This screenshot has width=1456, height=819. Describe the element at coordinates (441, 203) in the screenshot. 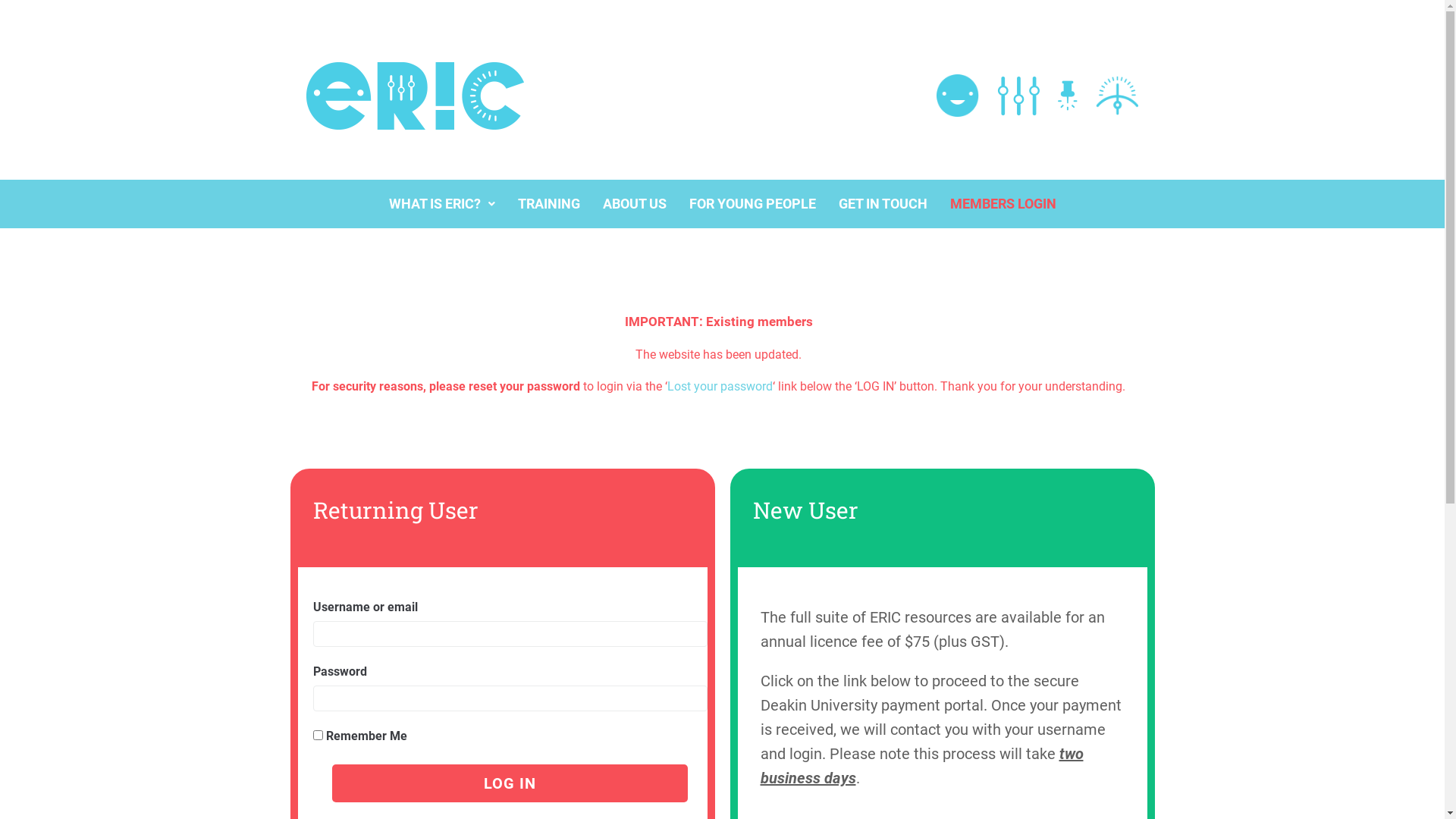

I see `'WHAT IS ERIC?'` at that location.